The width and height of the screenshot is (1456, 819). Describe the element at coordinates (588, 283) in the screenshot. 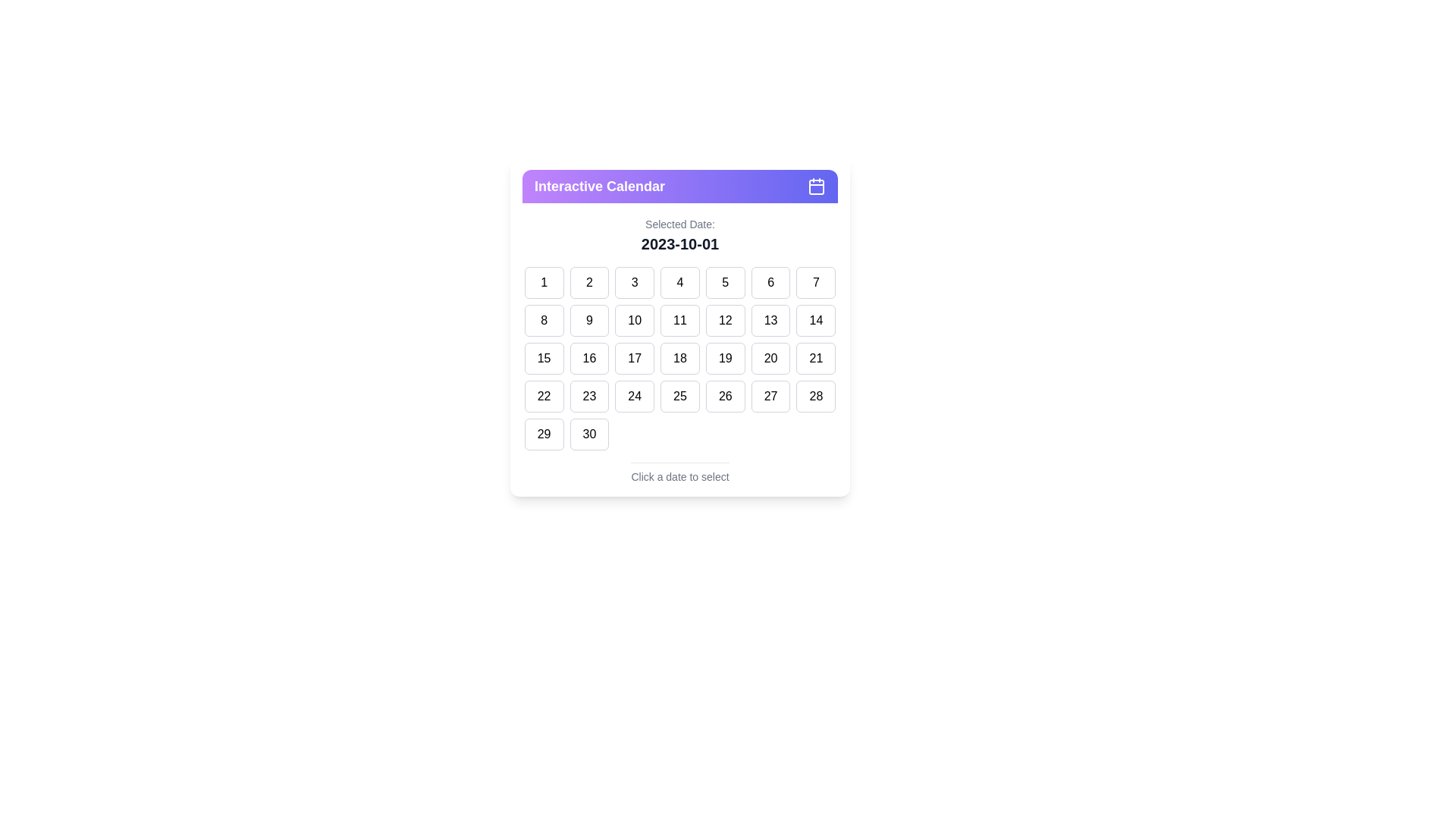

I see `the button displaying the numeral '2' to change its background color as indicated by the hover class` at that location.